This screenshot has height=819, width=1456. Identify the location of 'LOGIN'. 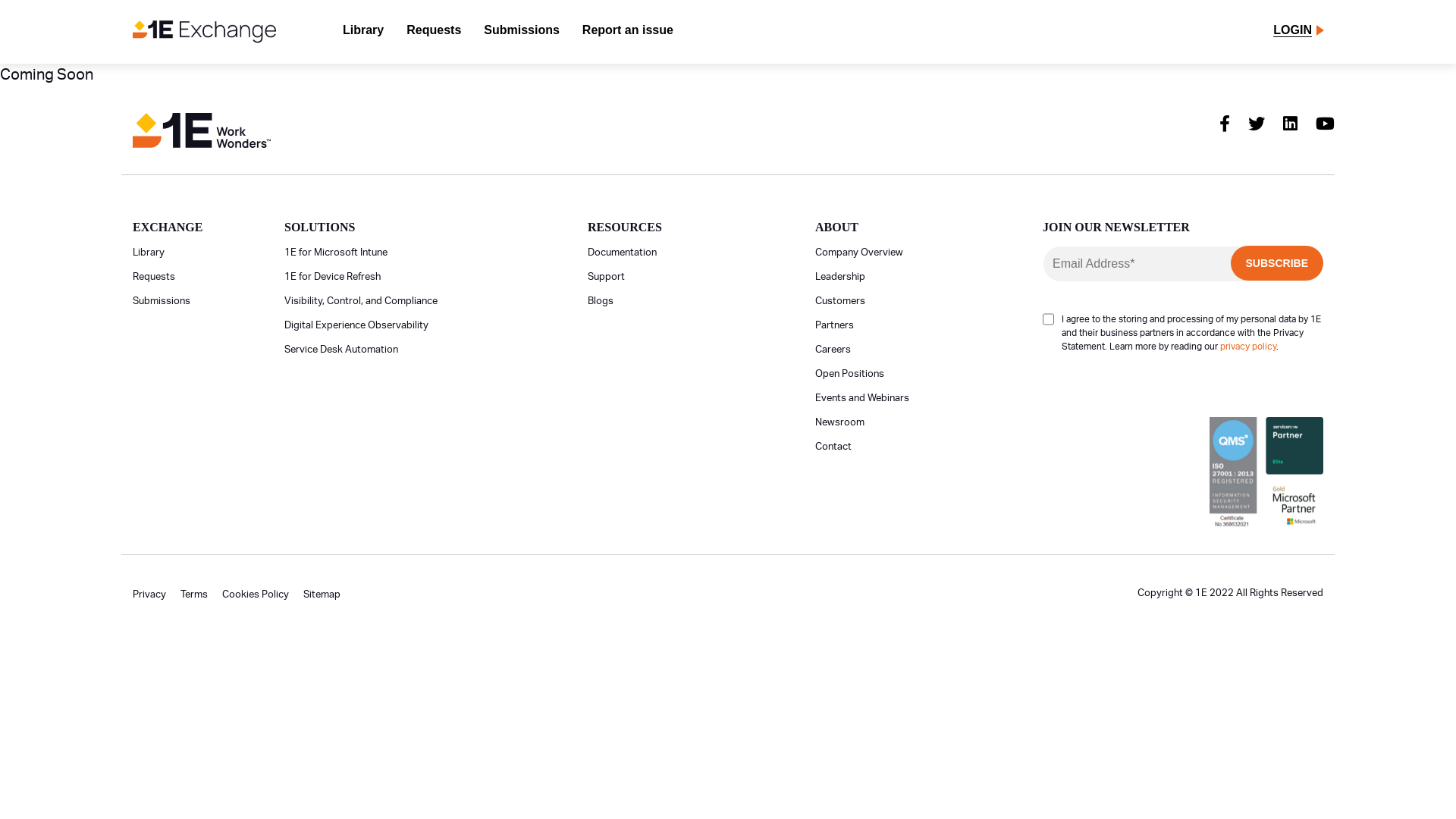
(1273, 32).